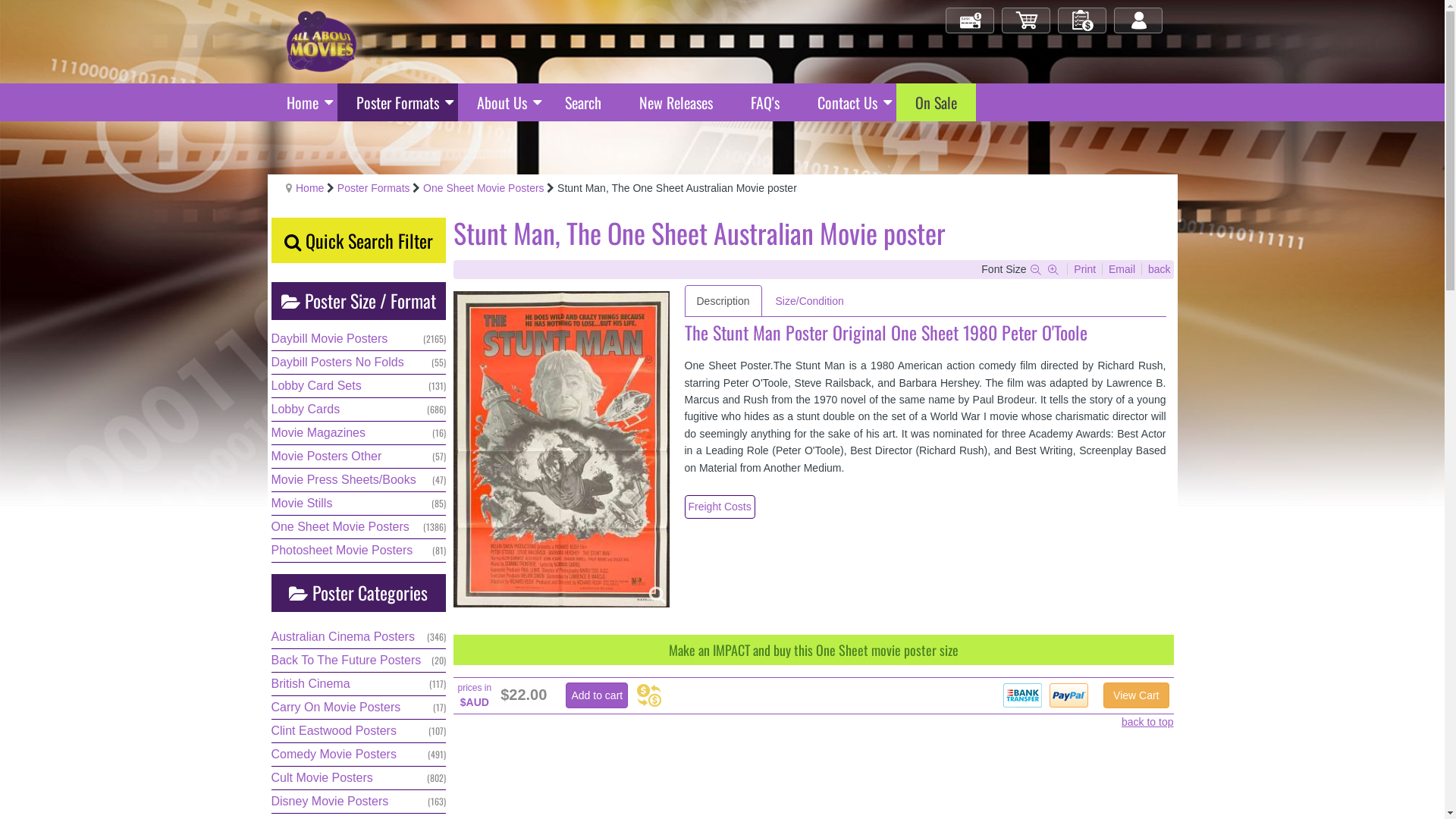 The height and width of the screenshot is (819, 1456). I want to click on 'Movie Magazines, so click(358, 432).